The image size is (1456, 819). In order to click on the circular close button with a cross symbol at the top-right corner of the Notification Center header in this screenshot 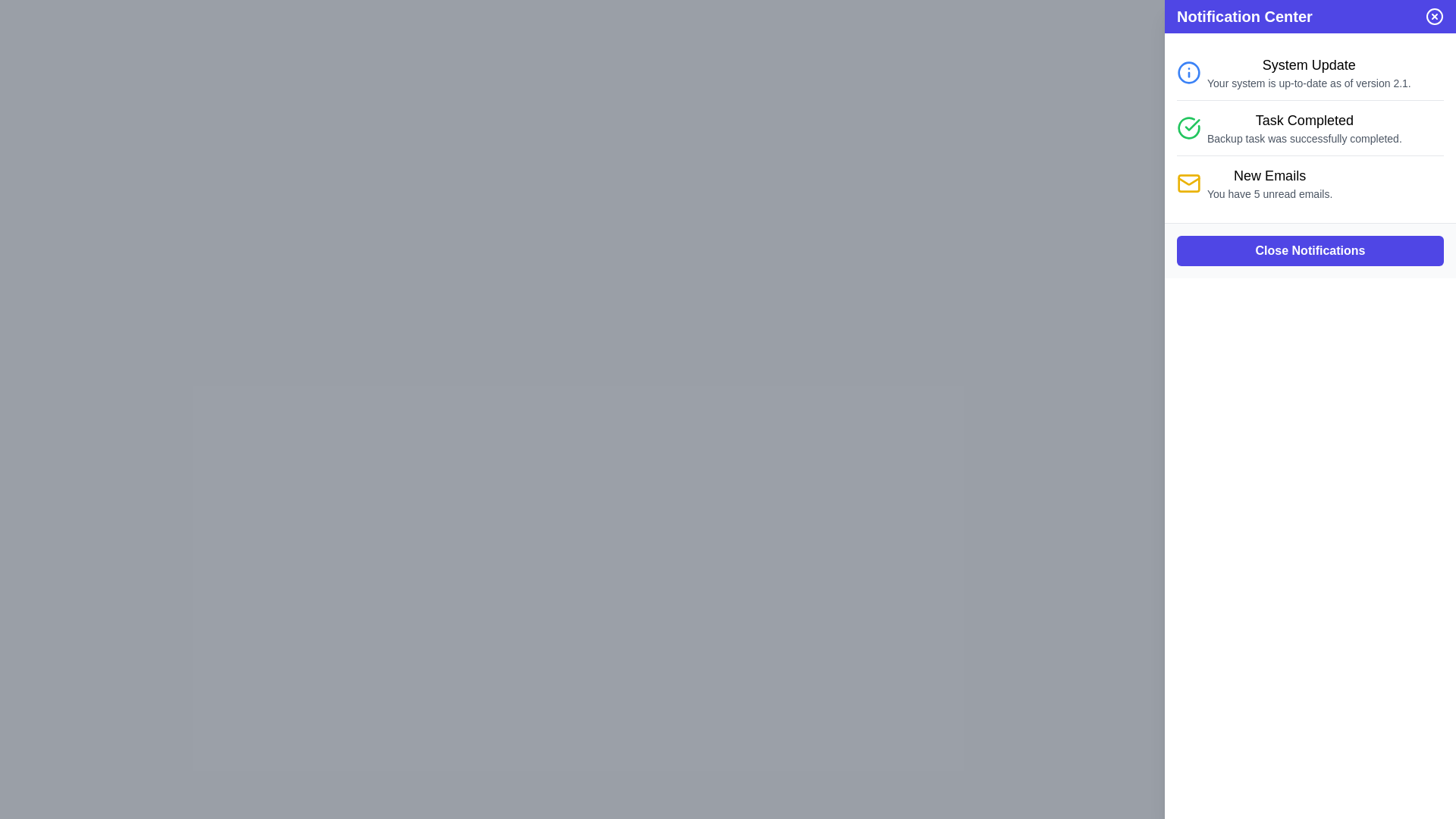, I will do `click(1433, 17)`.